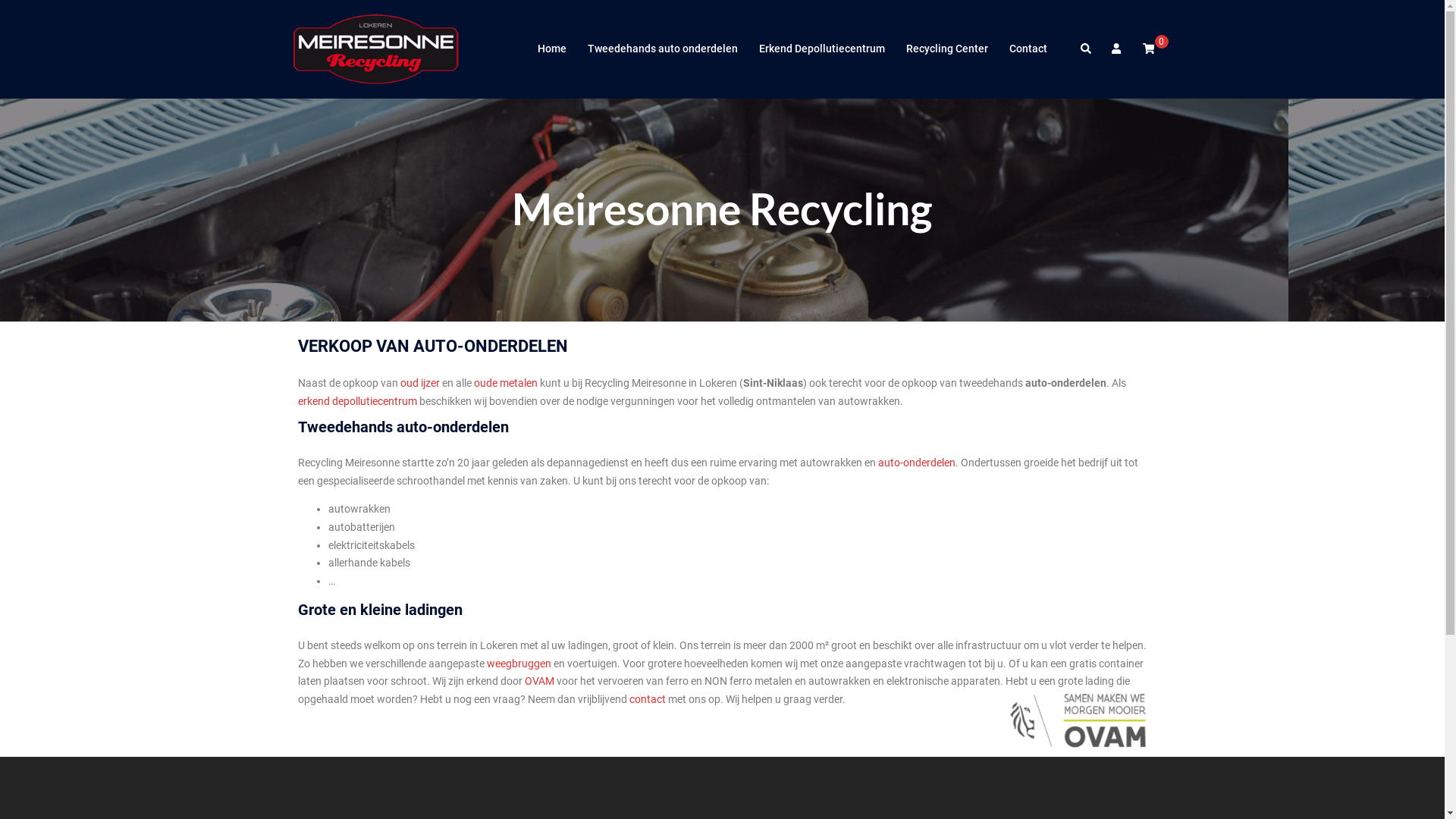  I want to click on 'weegbruggen', so click(519, 663).